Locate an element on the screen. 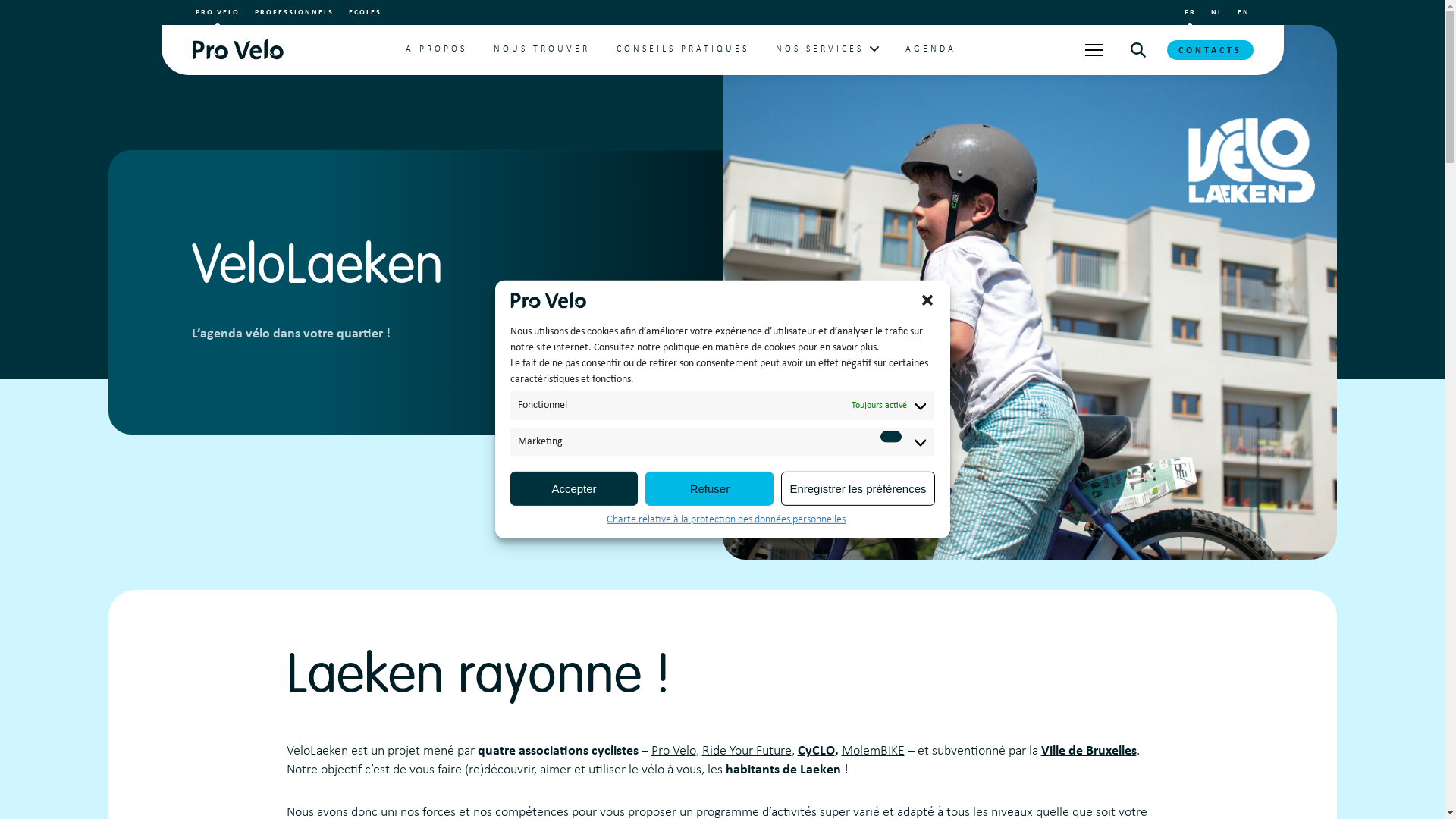  'MolemBIKE' is located at coordinates (873, 751).